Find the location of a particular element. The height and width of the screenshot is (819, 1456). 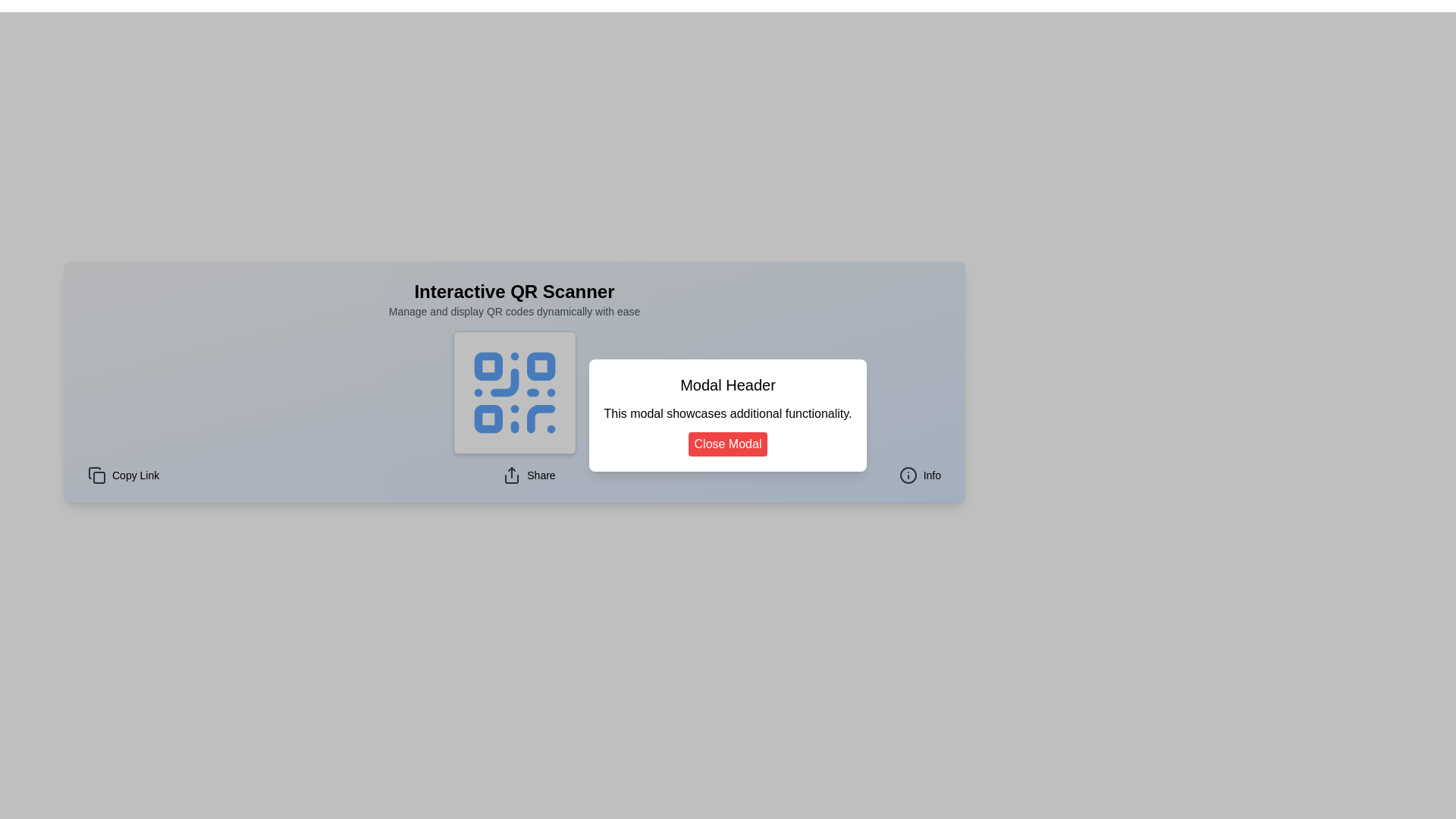

the 'Copy Link' button located at the bottom-left corner of the modal is located at coordinates (124, 475).